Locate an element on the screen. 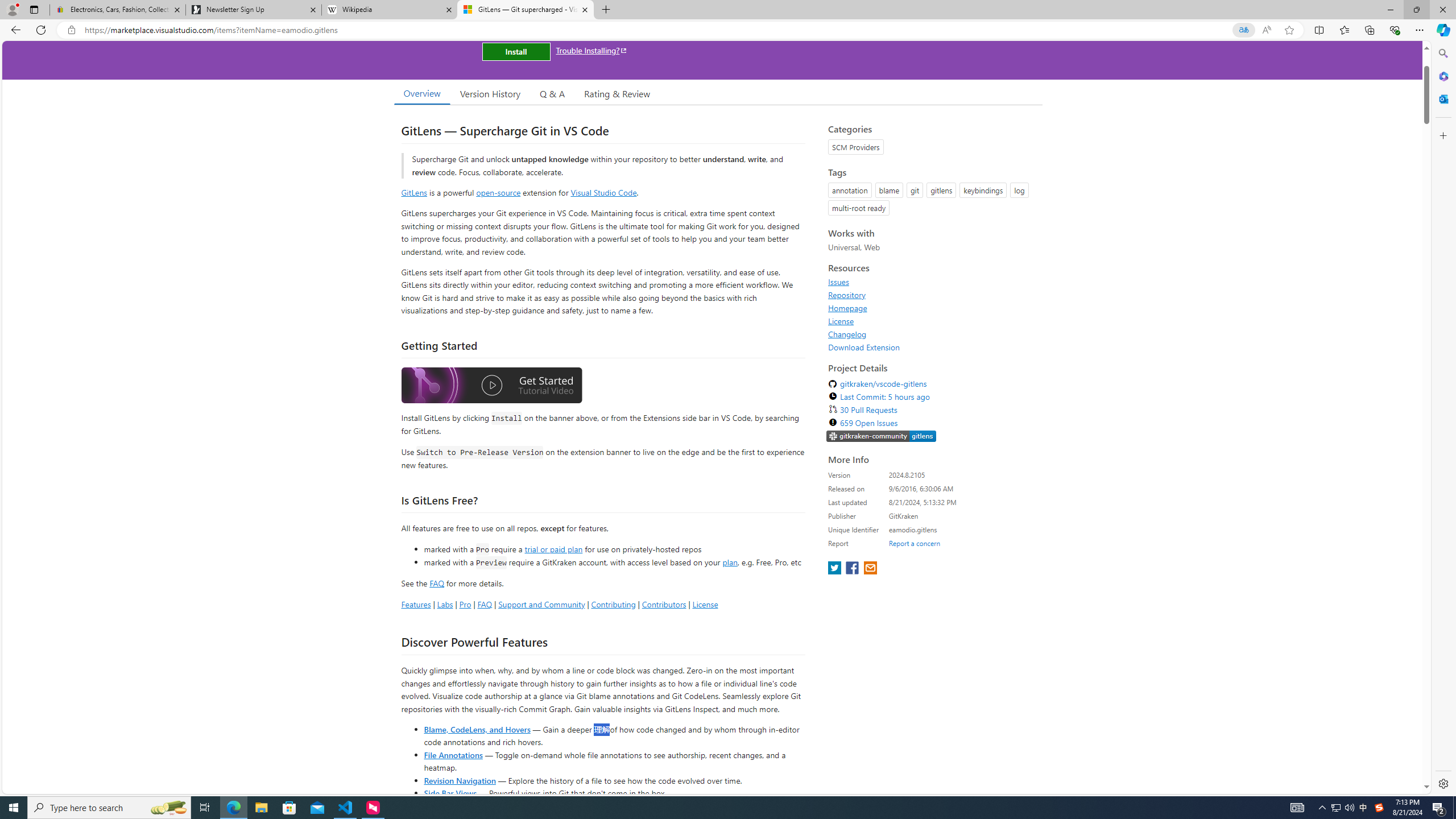  'Download Extension' is located at coordinates (932, 346).